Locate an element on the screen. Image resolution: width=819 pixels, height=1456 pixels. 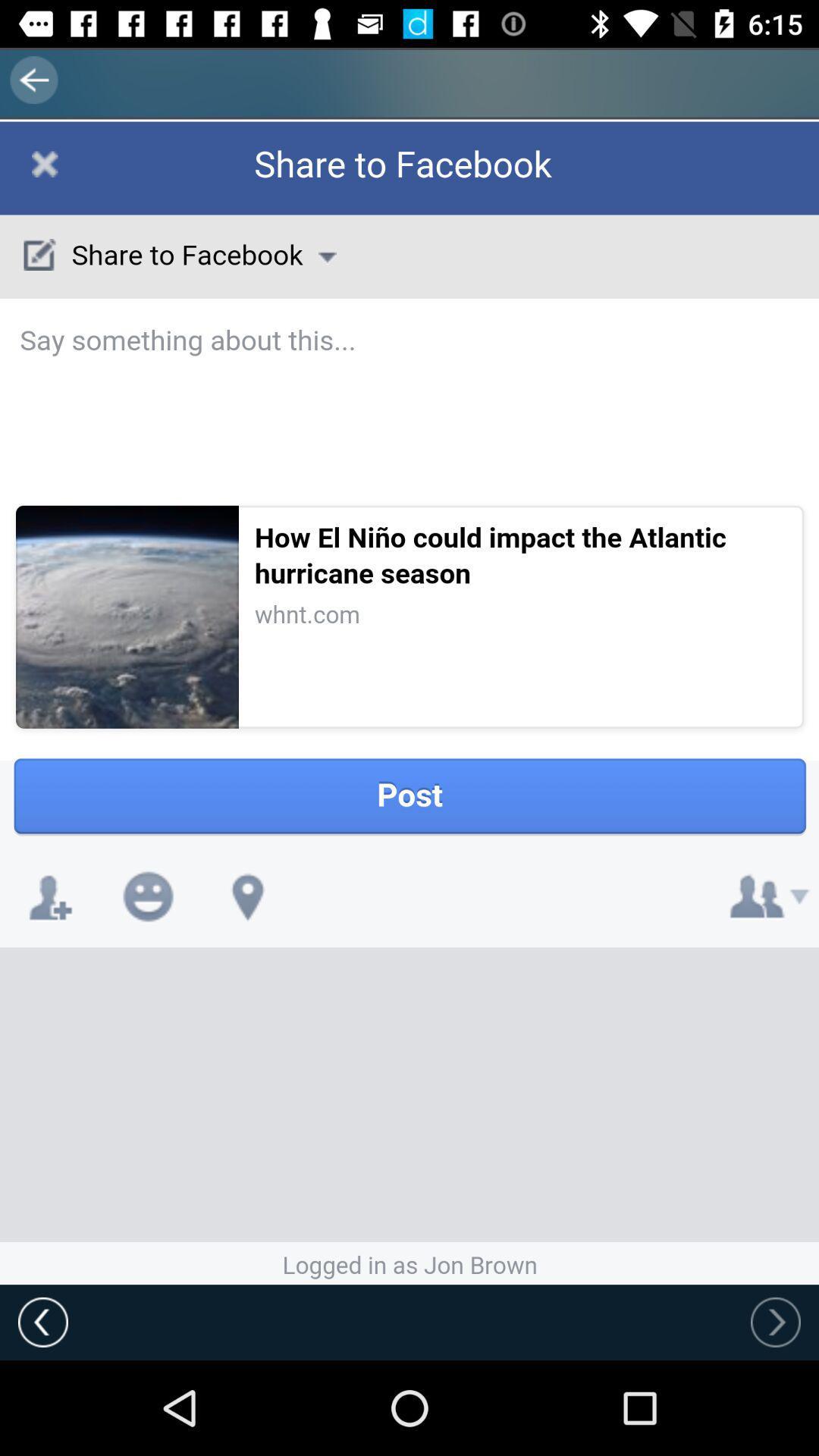
move page is located at coordinates (409, 702).